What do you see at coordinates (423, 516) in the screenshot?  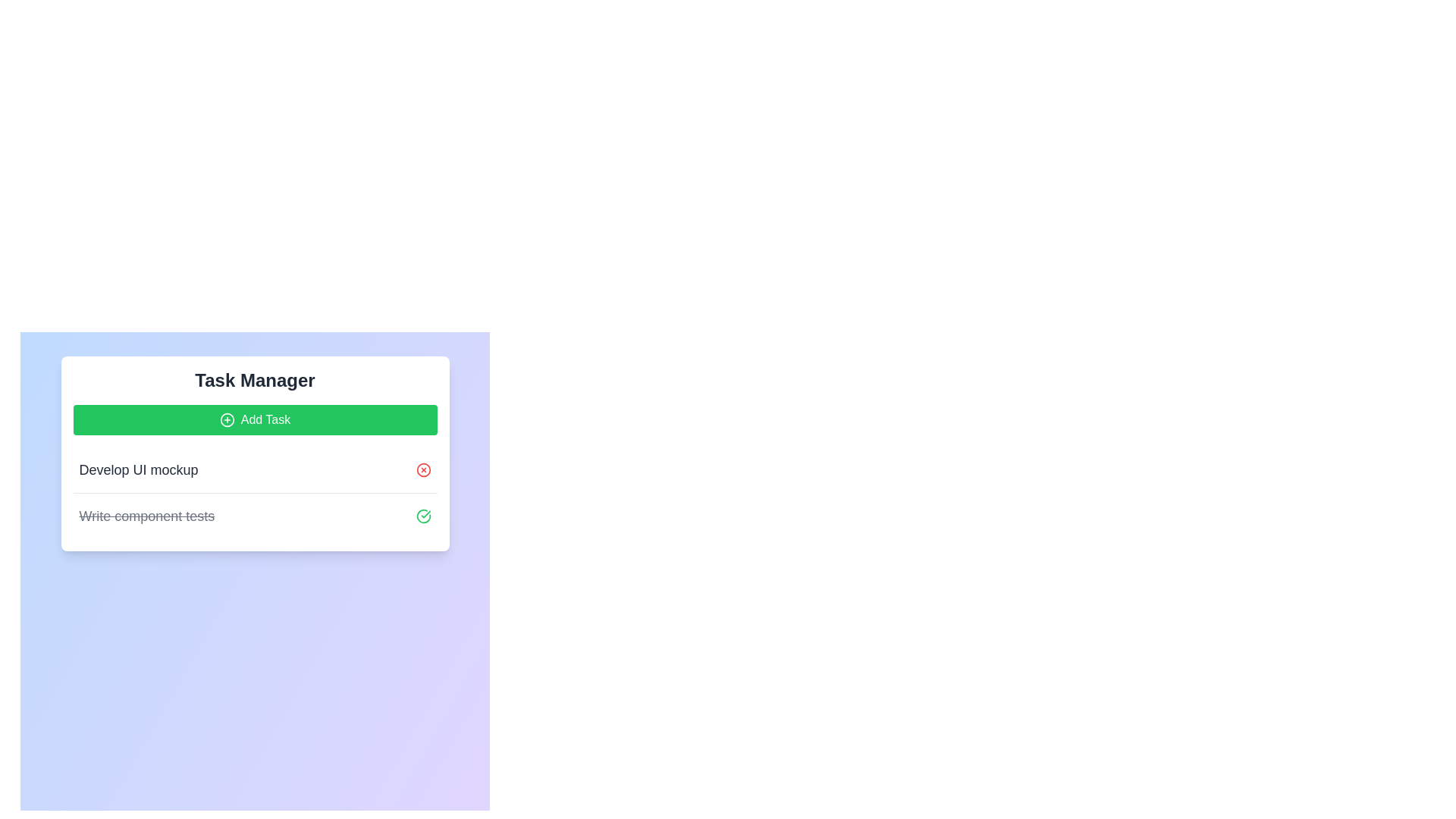 I see `the interactive check mark icon` at bounding box center [423, 516].